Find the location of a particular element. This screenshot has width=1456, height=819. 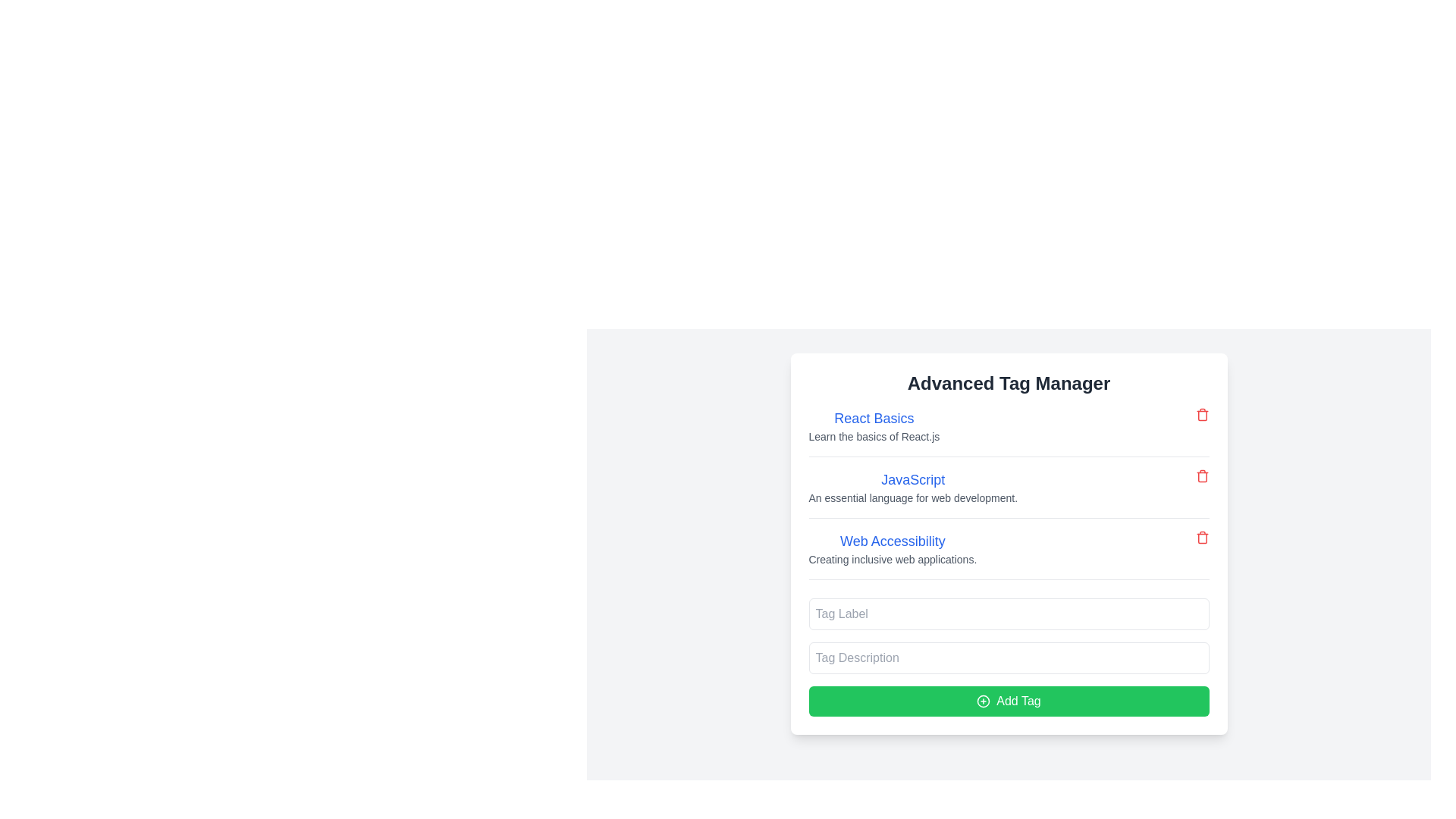

the text label providing a description related to the 'Web Accessibility' heading for copying is located at coordinates (893, 559).